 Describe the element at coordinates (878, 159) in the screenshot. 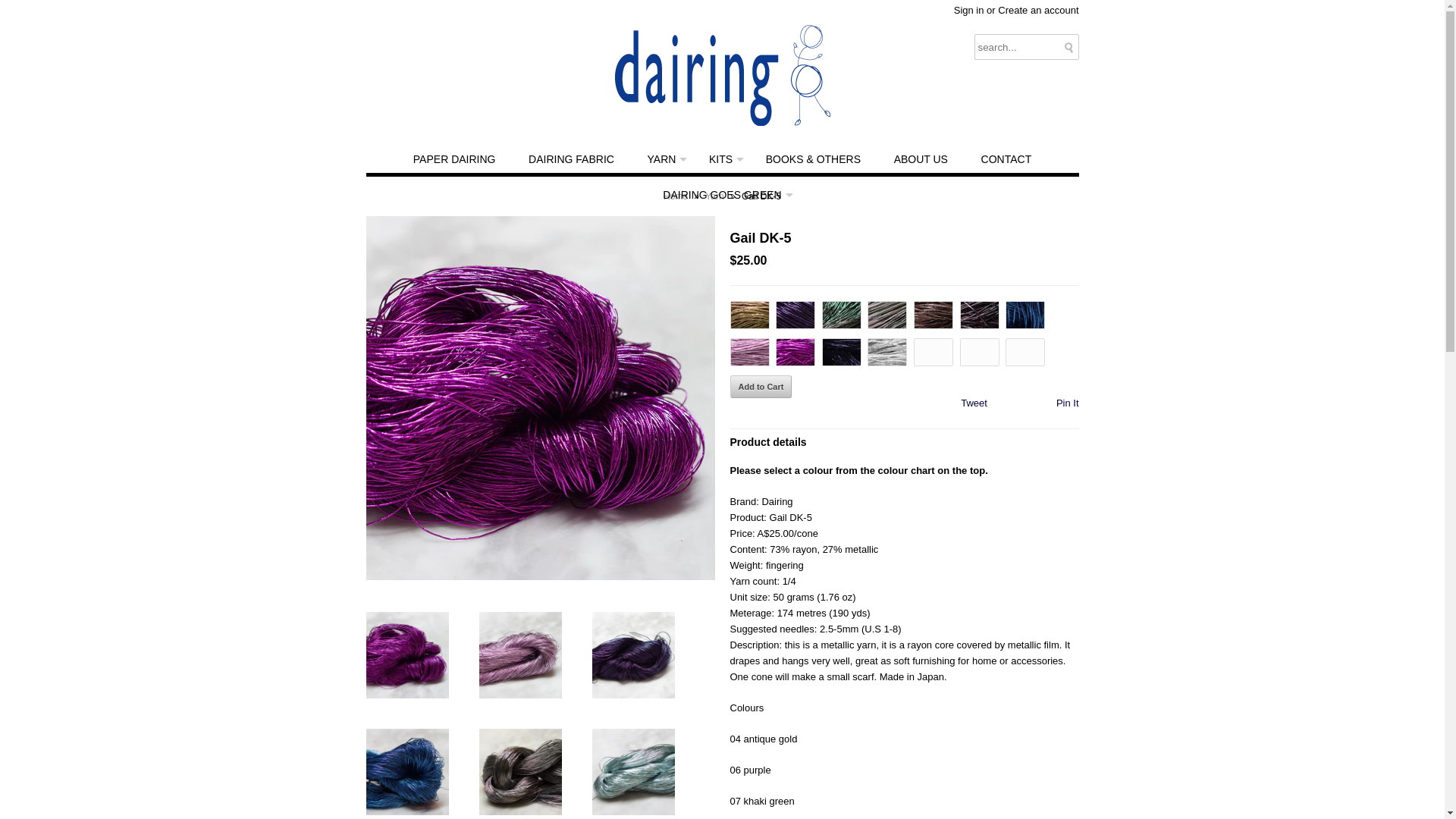

I see `'ABOUT US'` at that location.